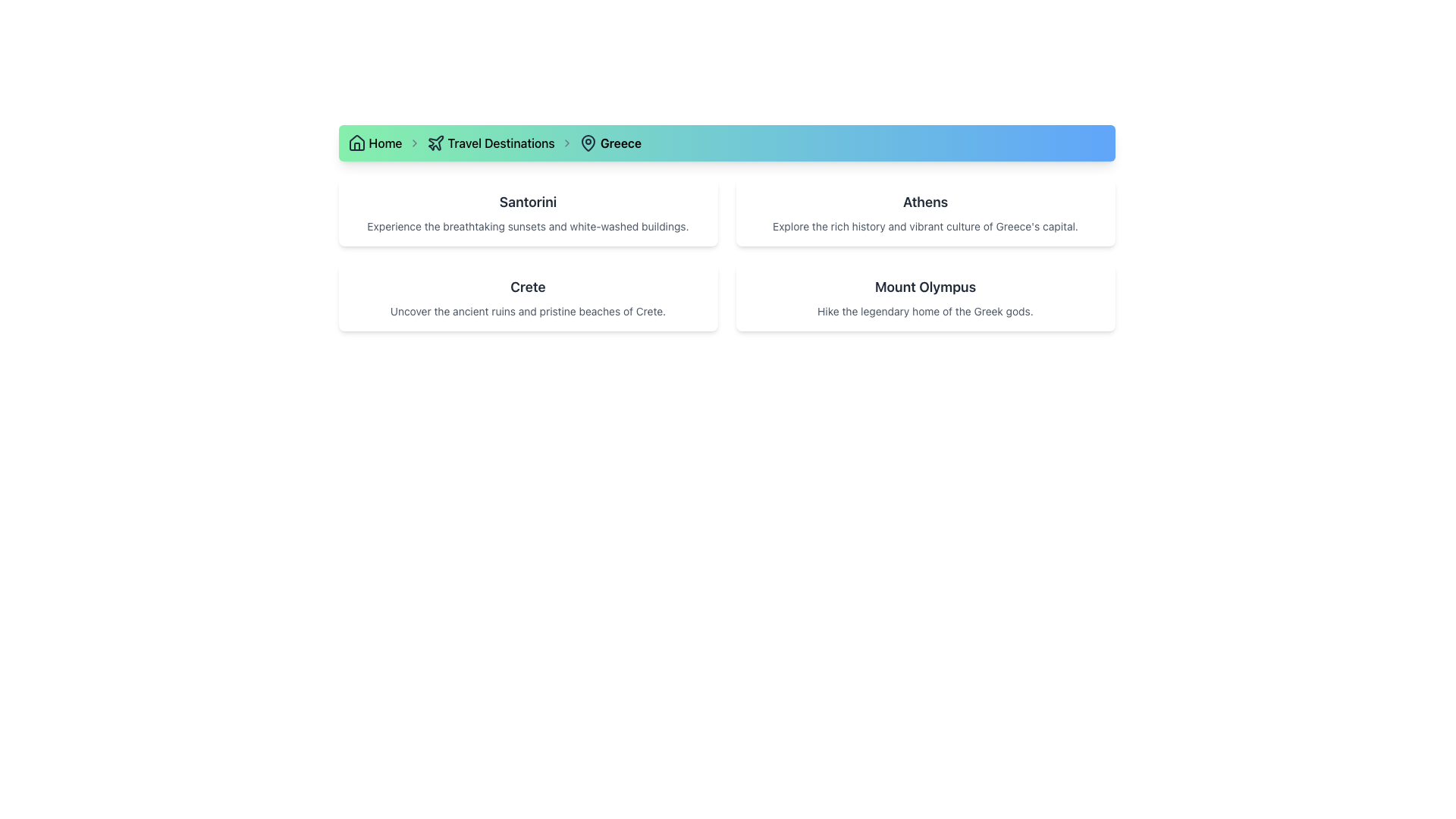  Describe the element at coordinates (924, 311) in the screenshot. I see `information provided in the Text Label located below the main title 'Mount Olympus' within the card in the bottom right grid cell under the 'Greece' header` at that location.